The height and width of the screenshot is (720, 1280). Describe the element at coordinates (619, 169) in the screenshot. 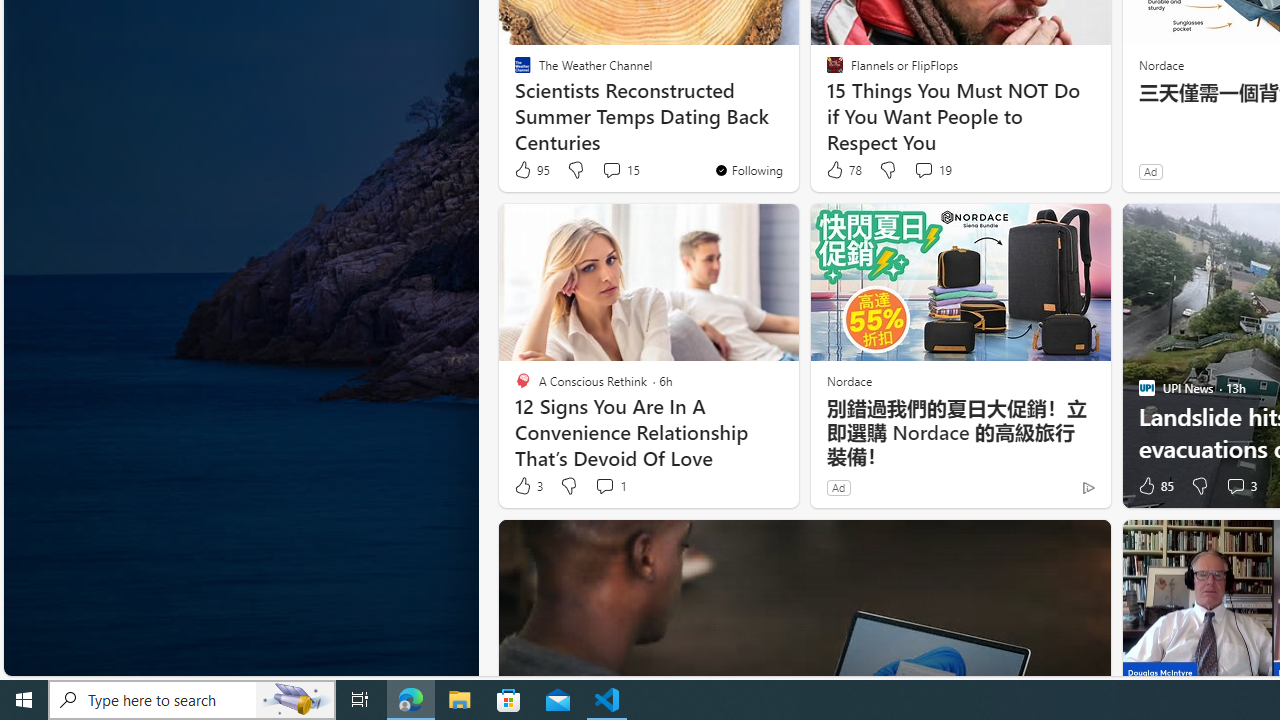

I see `'View comments 15 Comment'` at that location.